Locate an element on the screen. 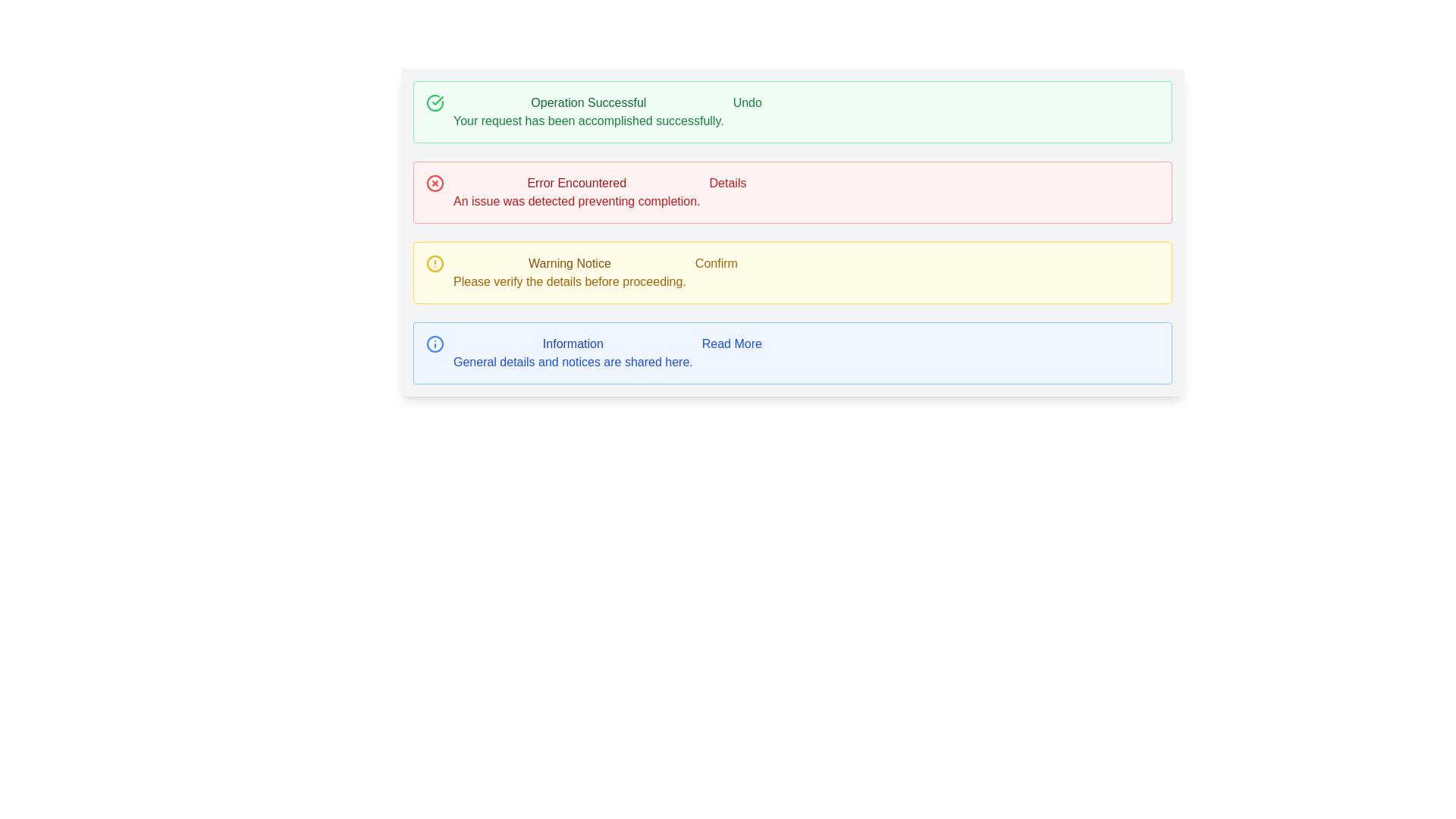 The image size is (1456, 819). the 'Information' text label, which is styled in blue and located in the fourth row of the interface, above the text 'General details and notices are shared here.' is located at coordinates (572, 344).